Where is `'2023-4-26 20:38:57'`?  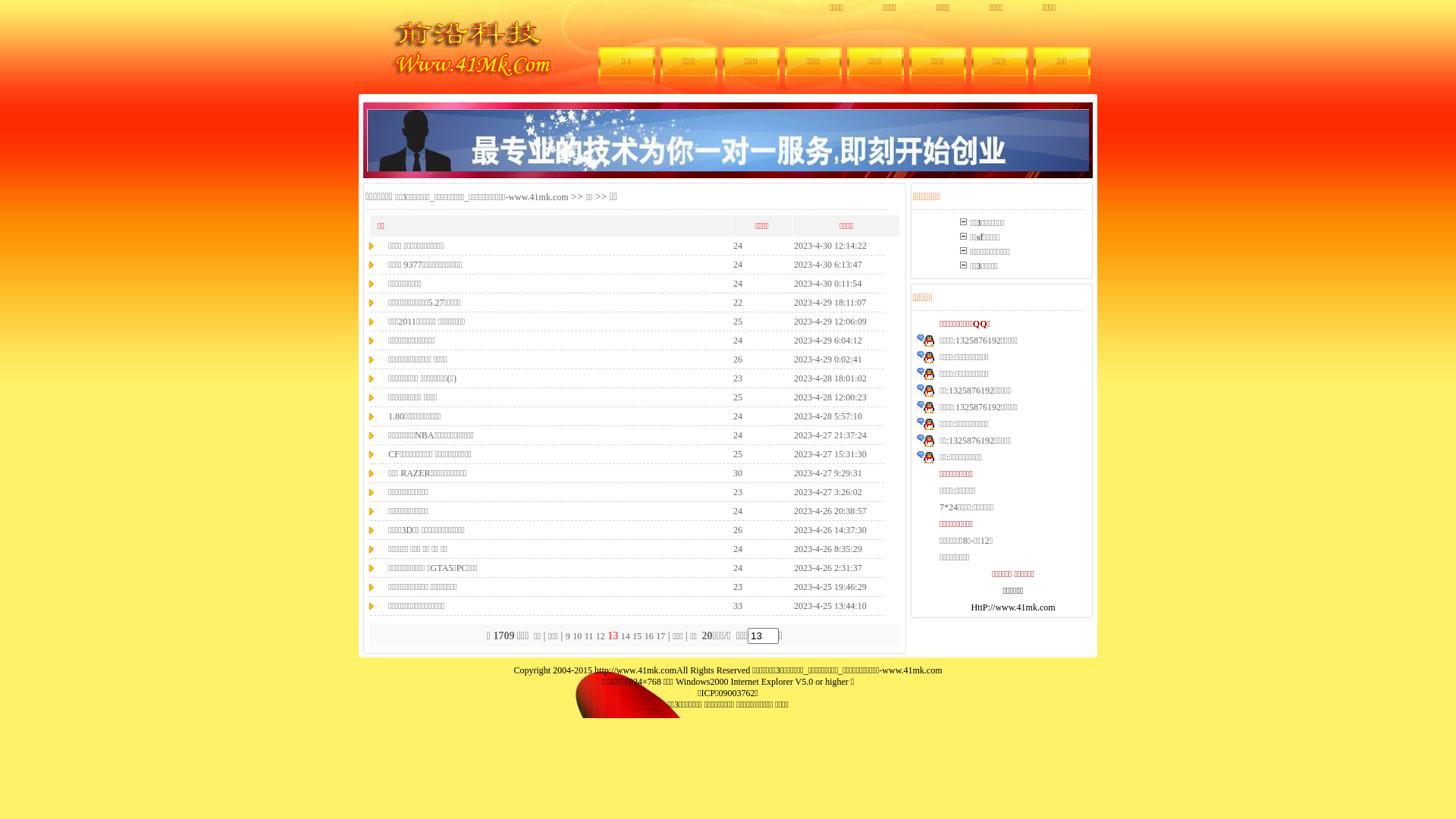 '2023-4-26 20:38:57' is located at coordinates (829, 510).